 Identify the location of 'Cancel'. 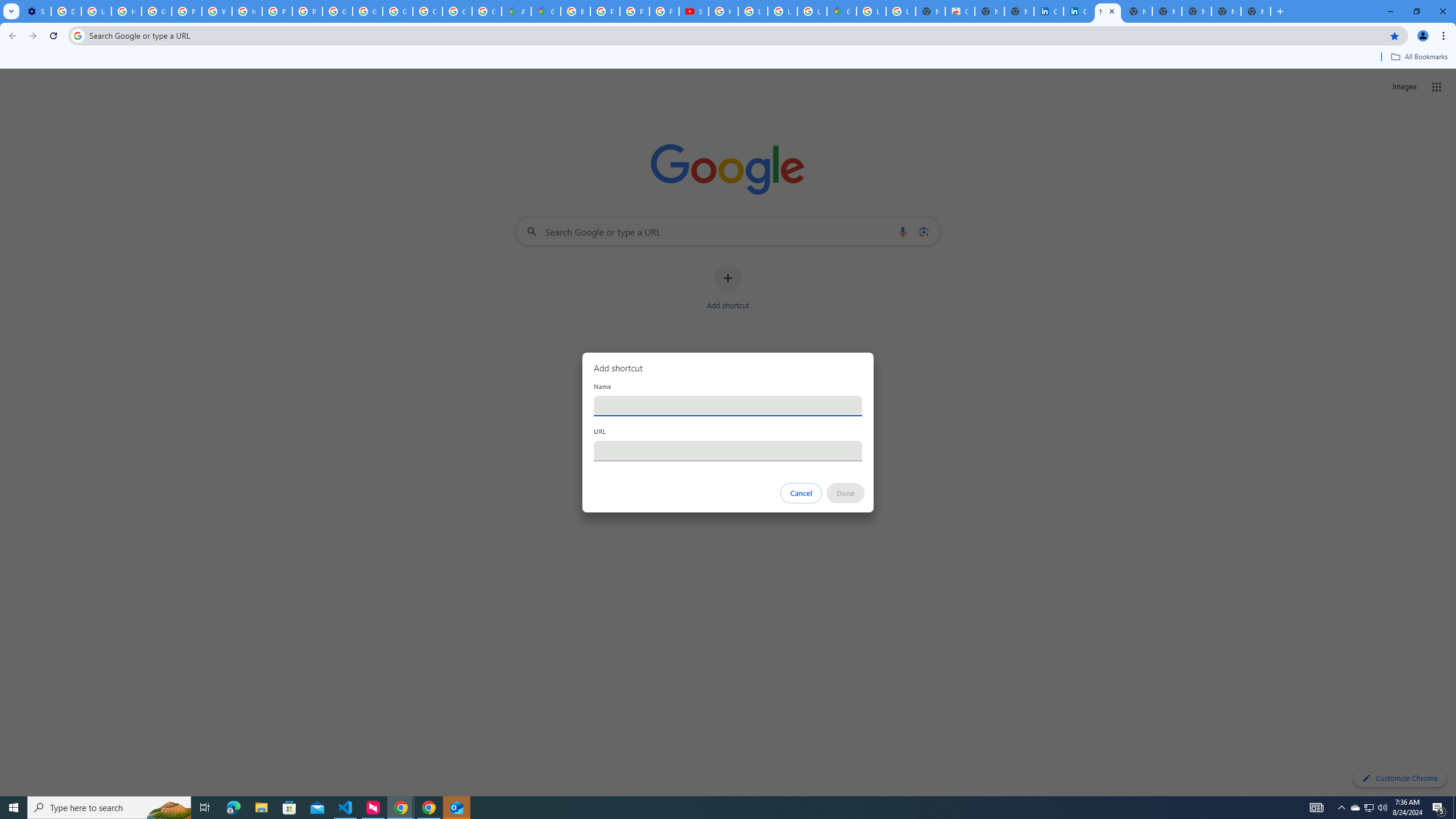
(801, 493).